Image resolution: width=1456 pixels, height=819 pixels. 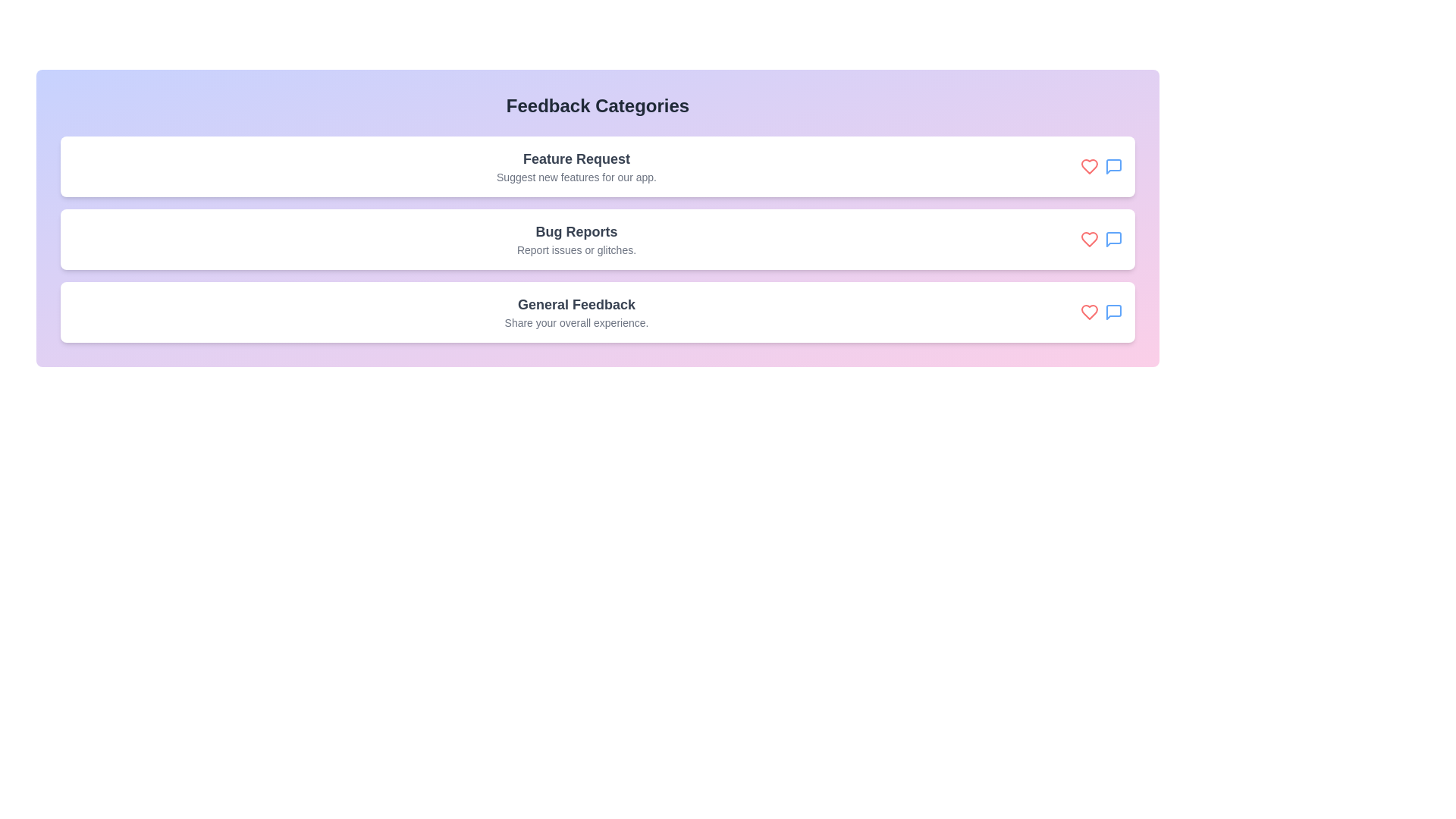 What do you see at coordinates (1088, 312) in the screenshot?
I see `the heart icon in the General Feedback feedback item` at bounding box center [1088, 312].